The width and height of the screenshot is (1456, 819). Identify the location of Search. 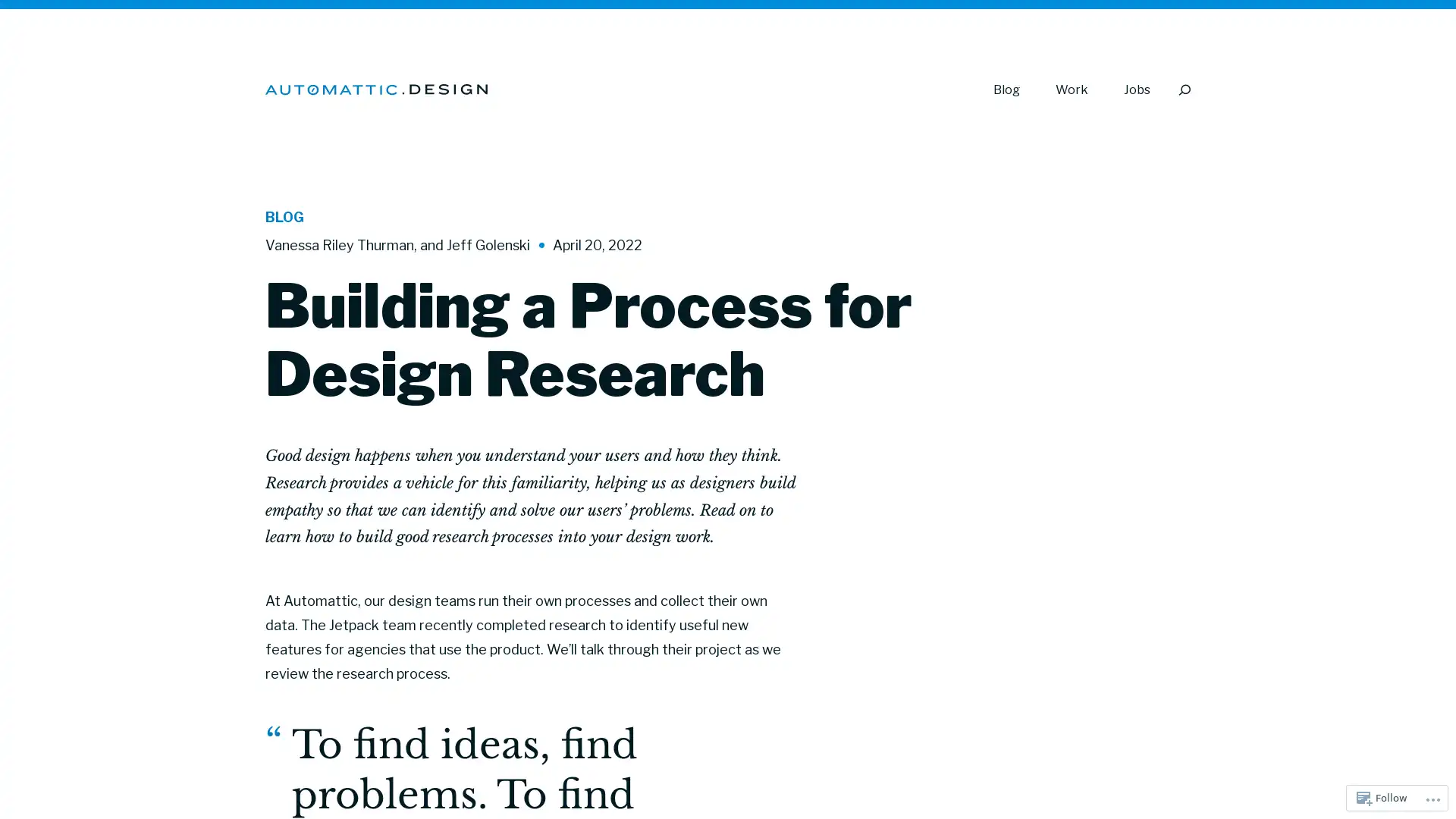
(1183, 89).